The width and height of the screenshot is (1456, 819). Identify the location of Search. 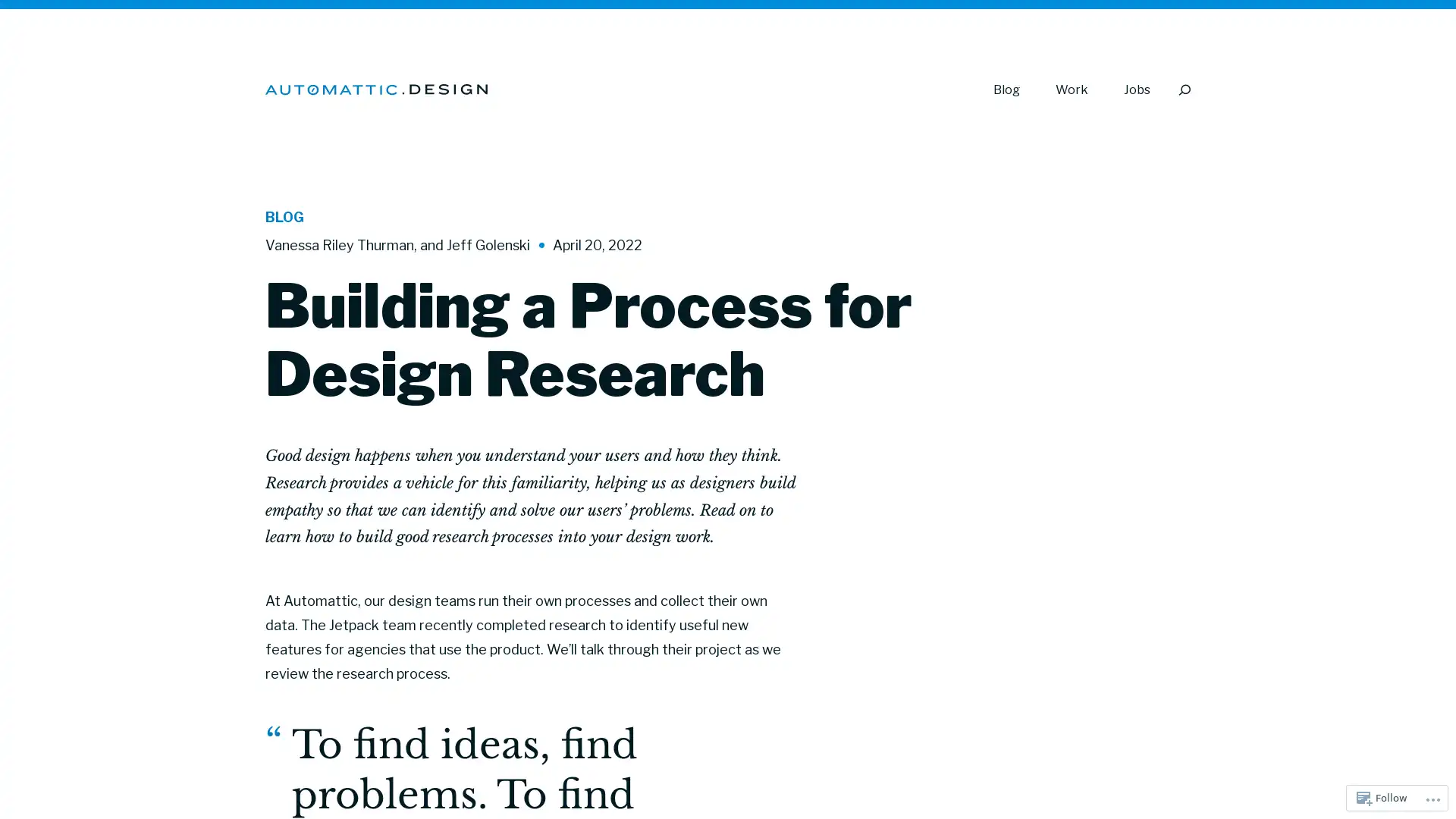
(1183, 89).